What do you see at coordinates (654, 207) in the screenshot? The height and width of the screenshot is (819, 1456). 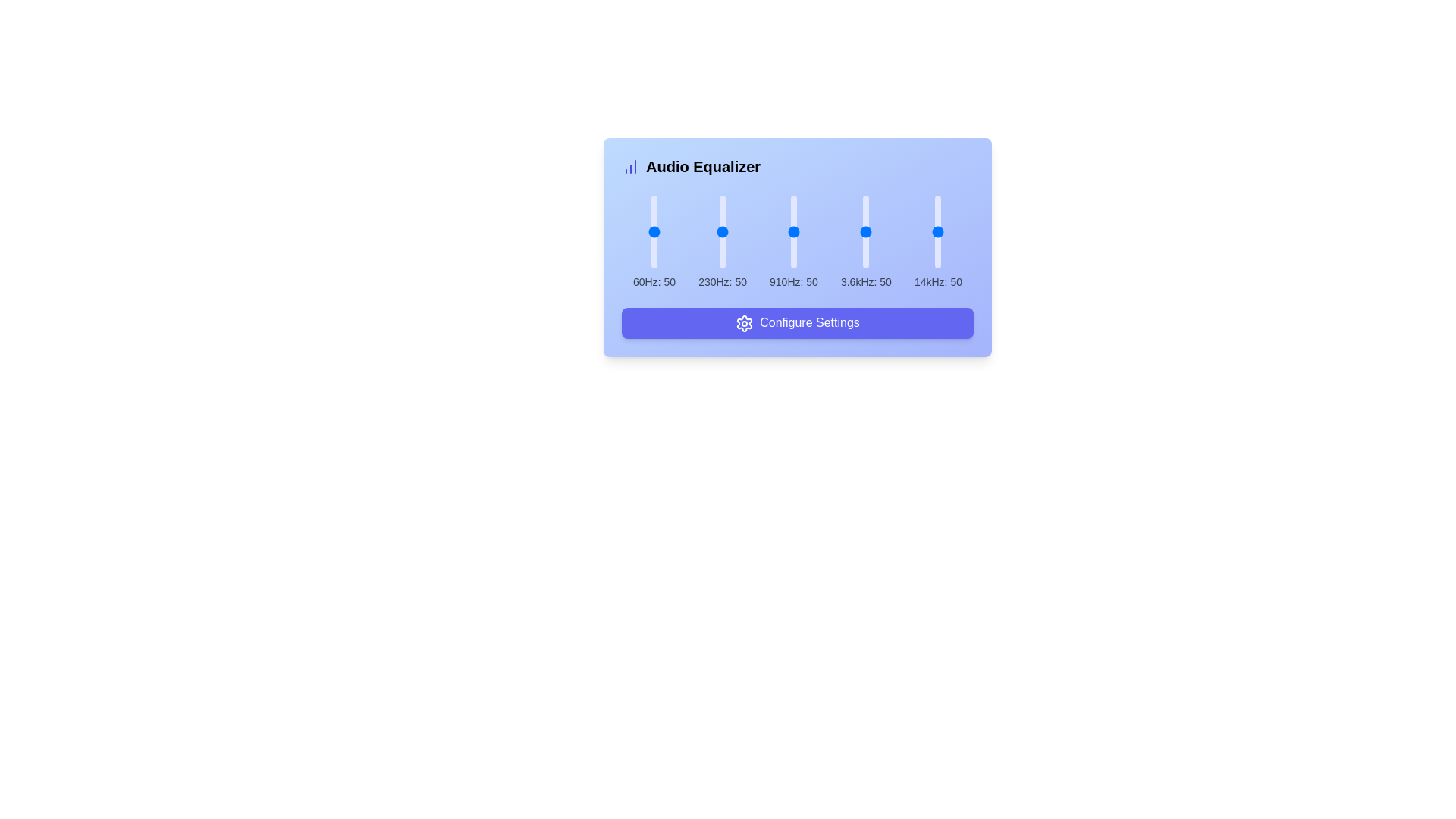 I see `the 60Hz frequency slider` at bounding box center [654, 207].